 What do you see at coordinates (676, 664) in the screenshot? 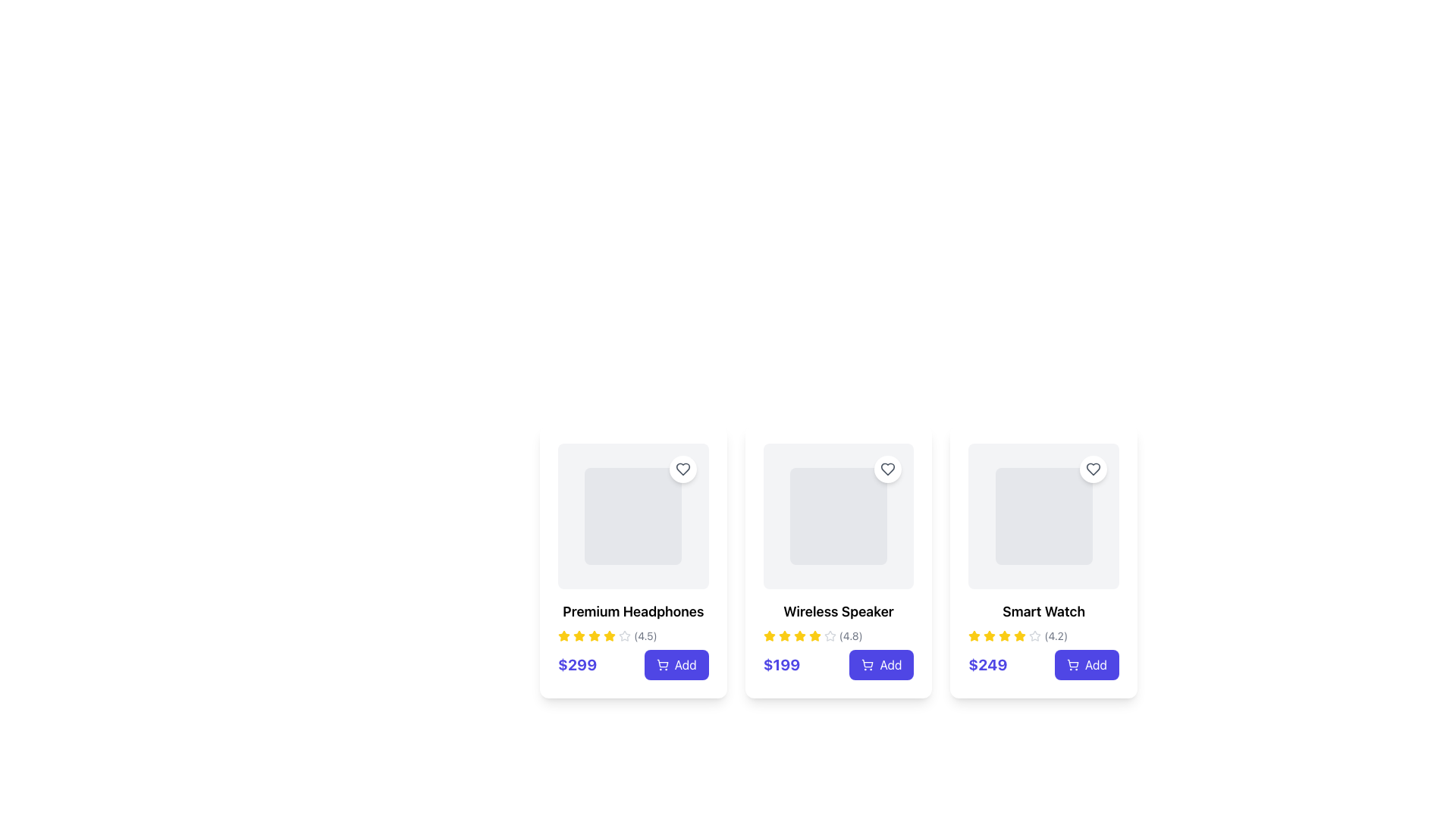
I see `the 'Add to Cart' button for the 'Premium Headphones' product` at bounding box center [676, 664].